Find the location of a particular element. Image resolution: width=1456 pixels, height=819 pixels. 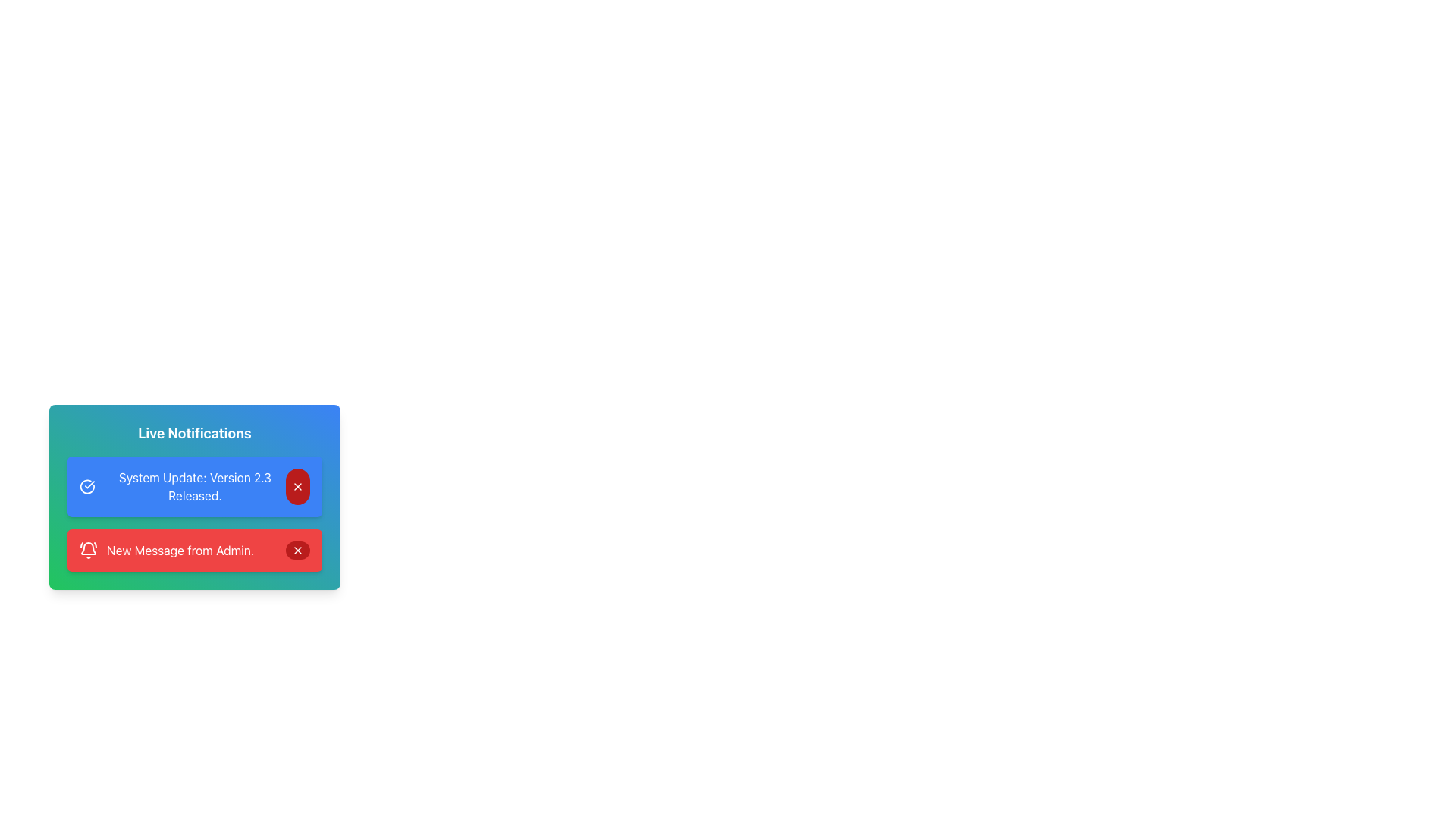

the small red circular button with an 'X' icon located at the top-right corner of the blue notification box titled 'System Update: Version 2.3 Released.' is located at coordinates (298, 486).